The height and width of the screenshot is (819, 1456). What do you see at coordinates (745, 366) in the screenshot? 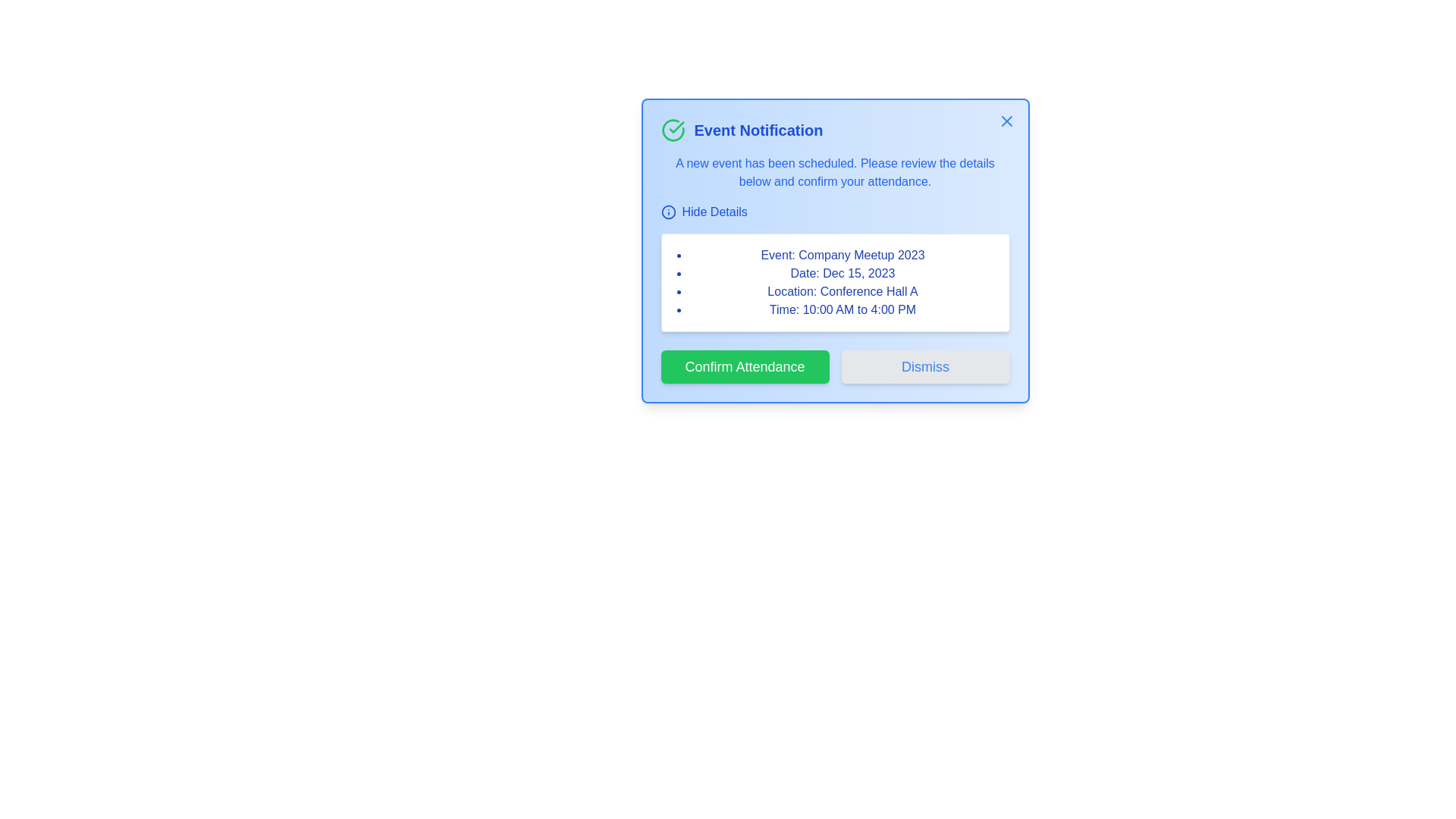
I see `the 'Confirm Attendance' button` at bounding box center [745, 366].